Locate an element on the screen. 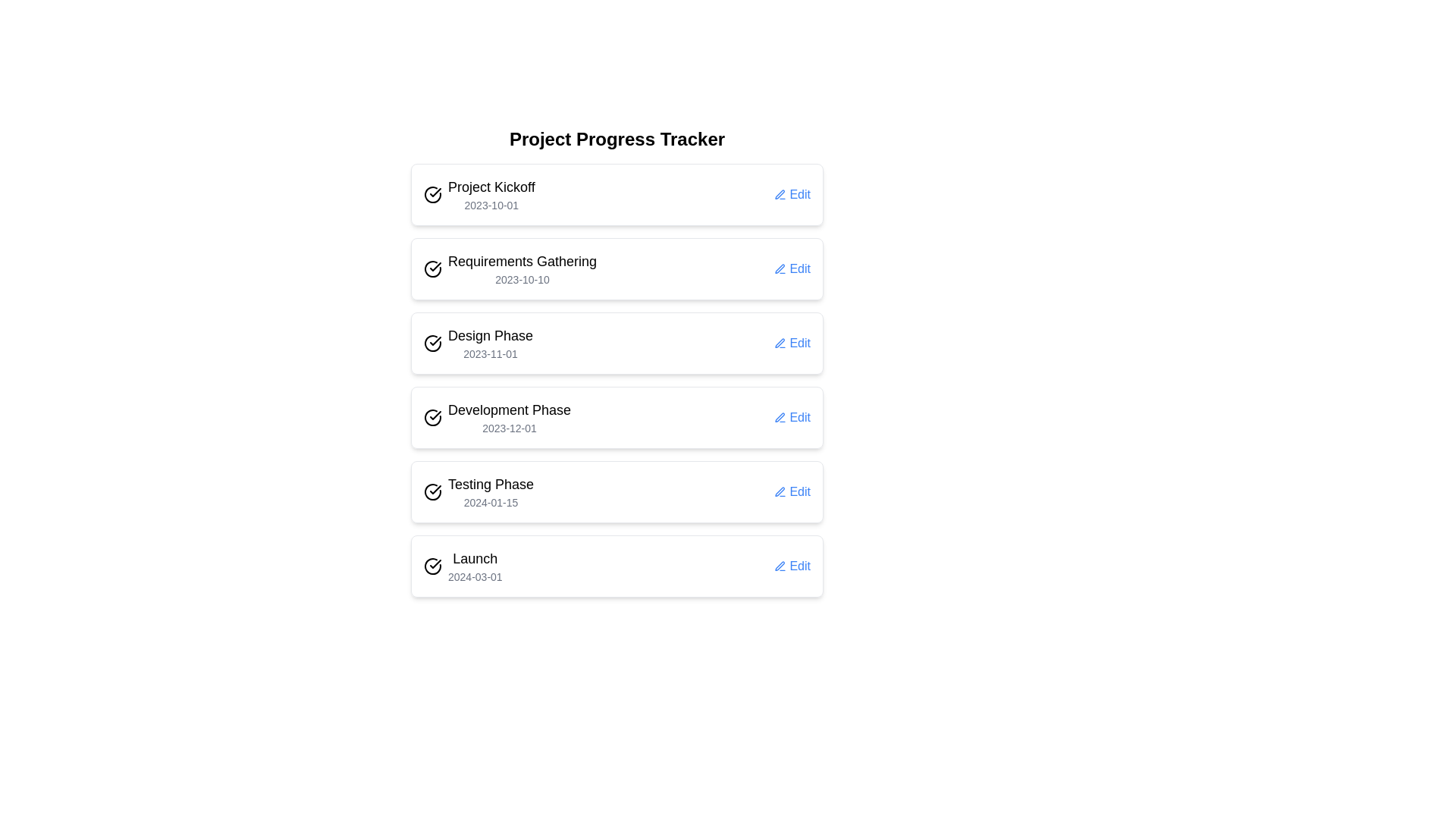  the 'Project Kickoff' text label, which is displayed in a large, bold font at the top of a vertical list, above the date '2023-10-01' is located at coordinates (491, 186).